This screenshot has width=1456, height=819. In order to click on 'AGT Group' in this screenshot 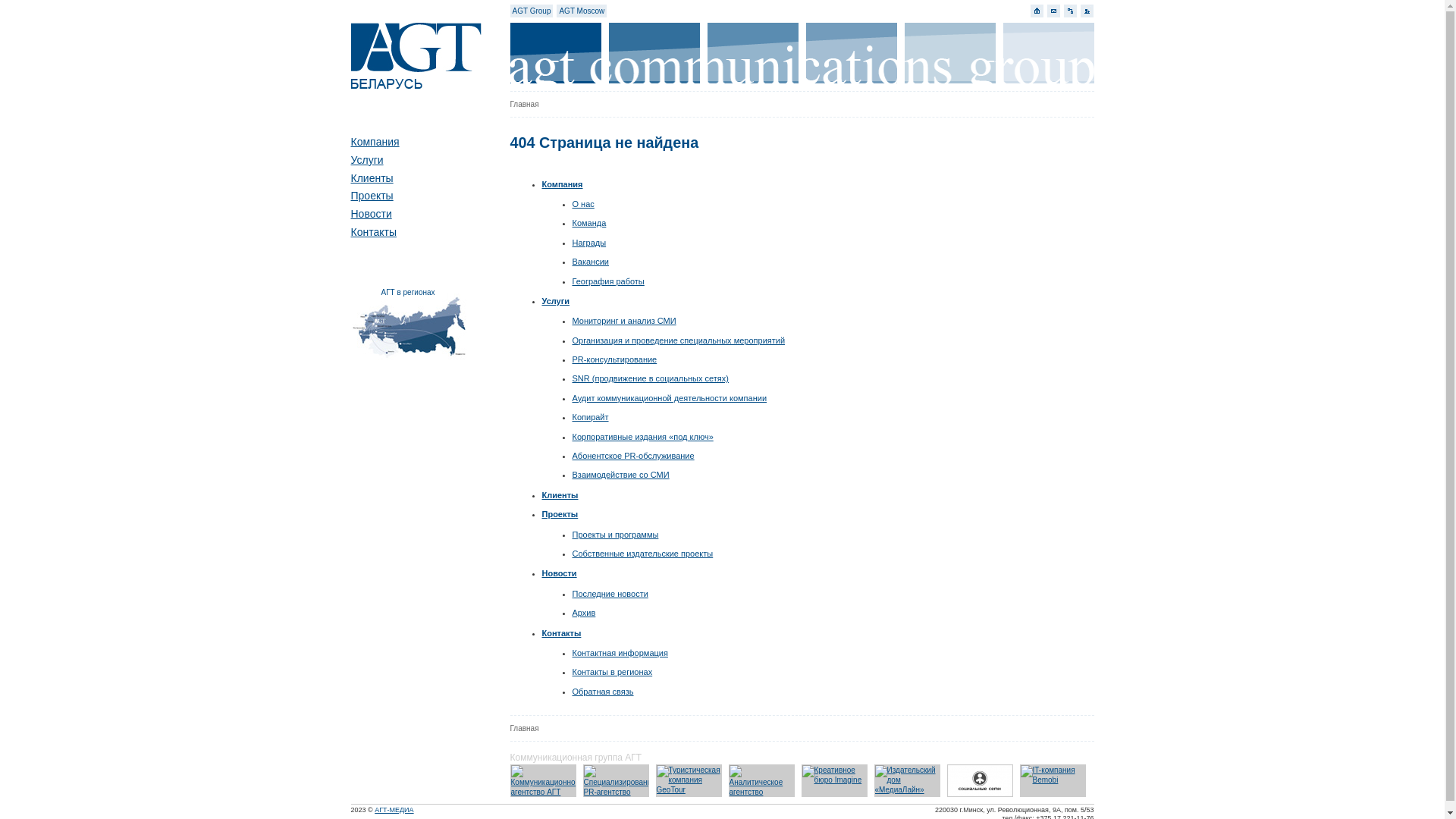, I will do `click(532, 11)`.